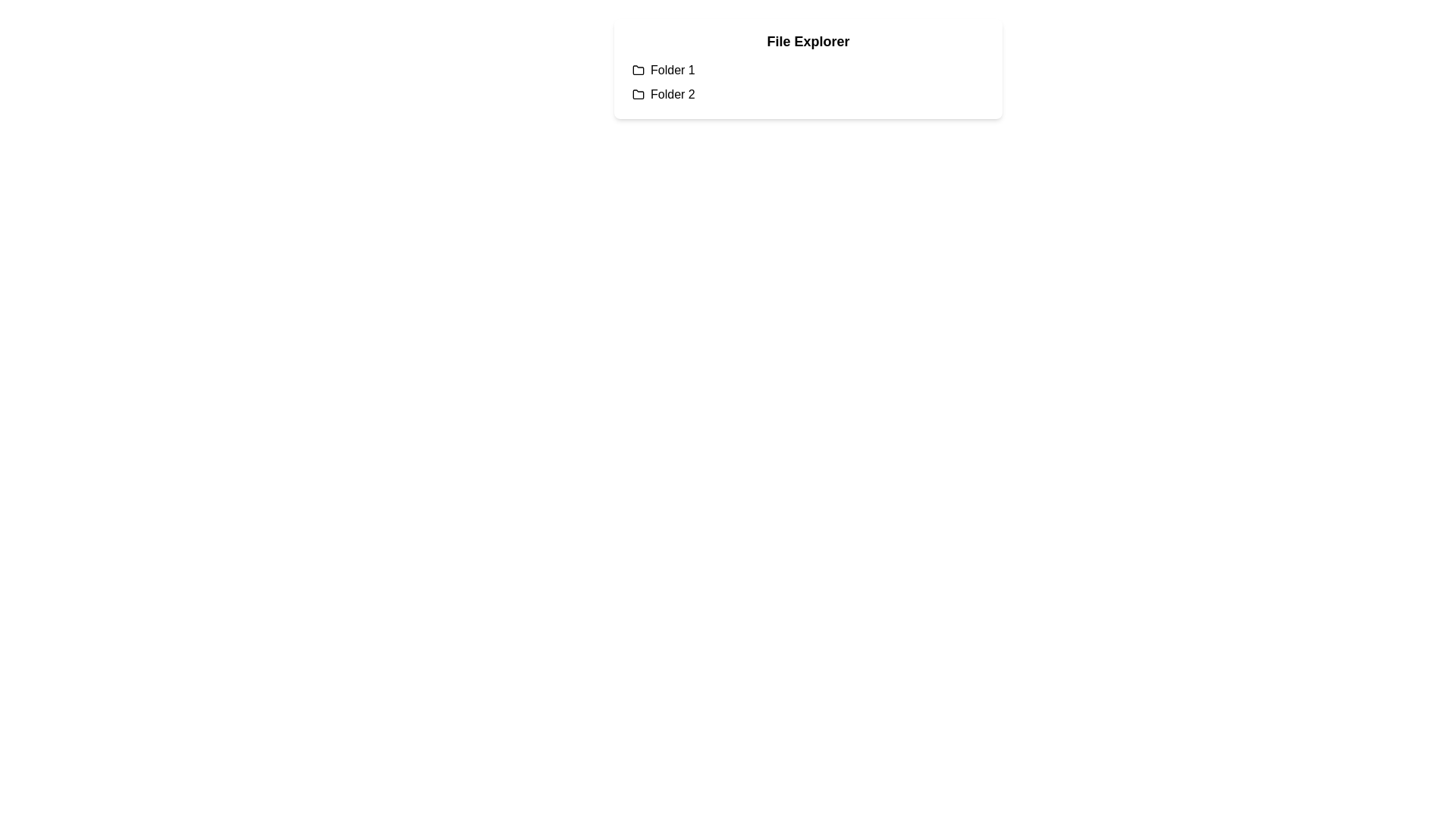  Describe the element at coordinates (672, 70) in the screenshot. I see `the text label representing the folder named 'Folder 1' in the file explorer` at that location.